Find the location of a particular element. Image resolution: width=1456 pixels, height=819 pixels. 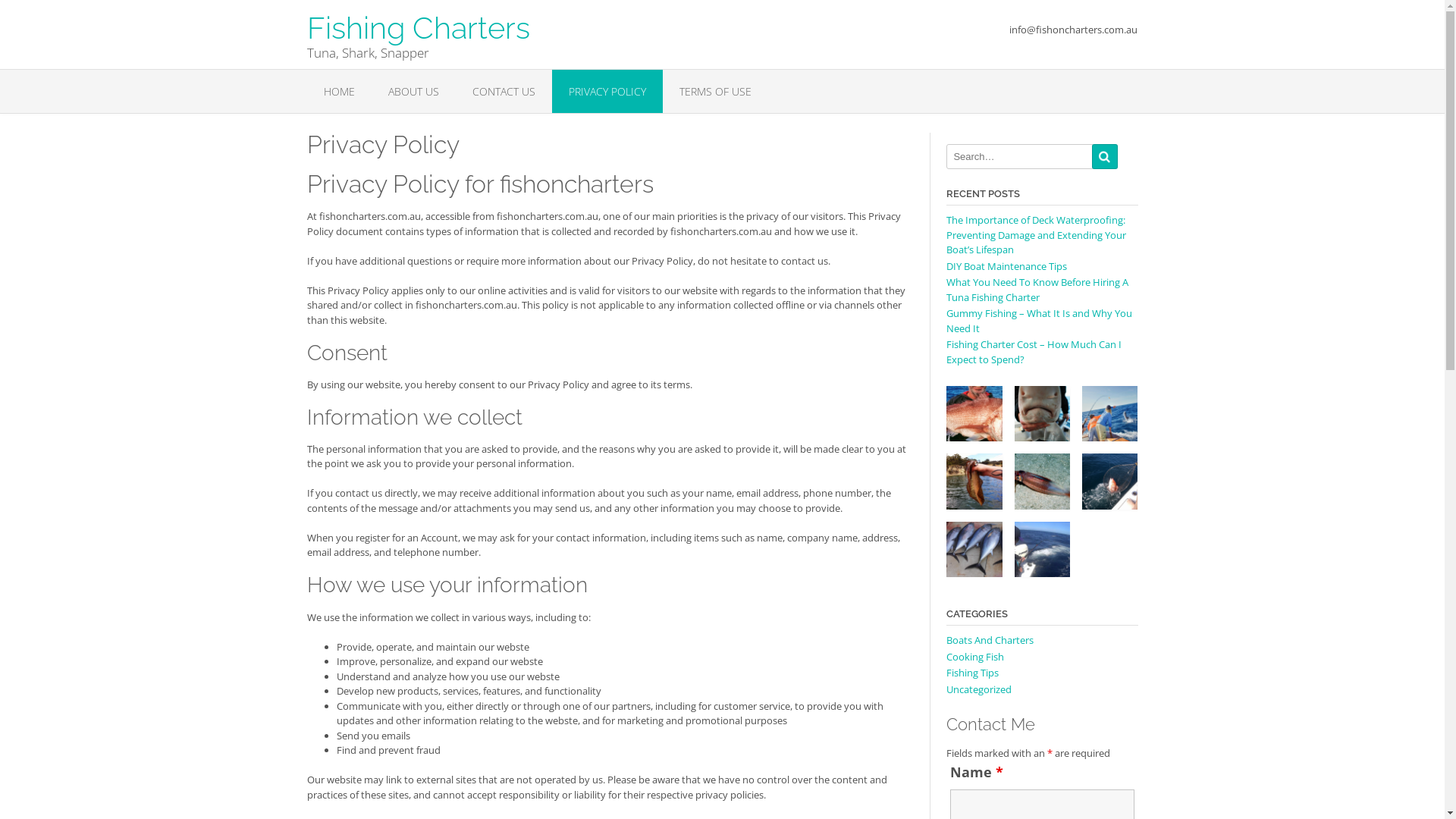

'Boats And Charters' is located at coordinates (990, 640).